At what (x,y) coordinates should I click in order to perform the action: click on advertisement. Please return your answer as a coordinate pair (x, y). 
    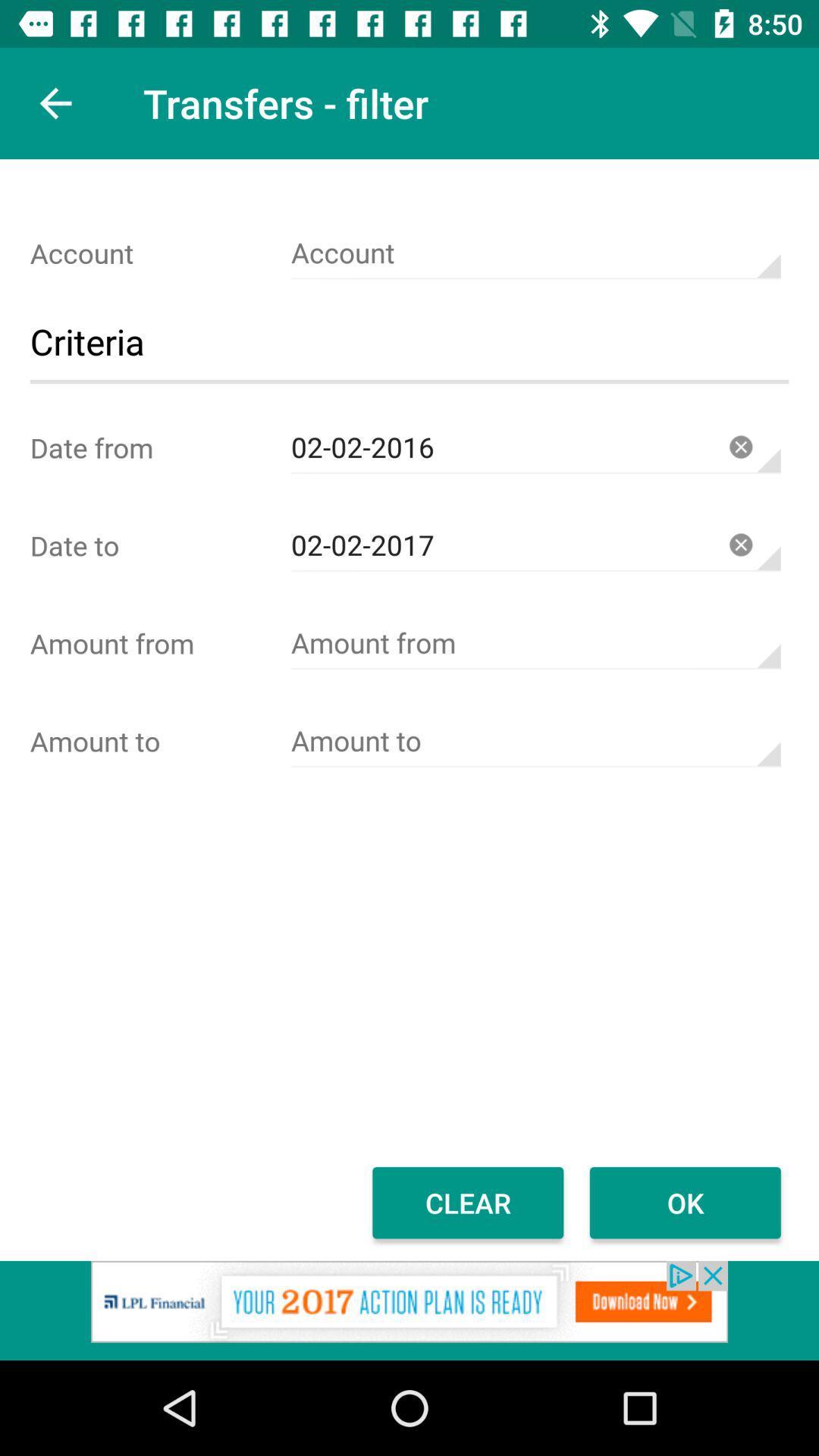
    Looking at the image, I should click on (409, 1310).